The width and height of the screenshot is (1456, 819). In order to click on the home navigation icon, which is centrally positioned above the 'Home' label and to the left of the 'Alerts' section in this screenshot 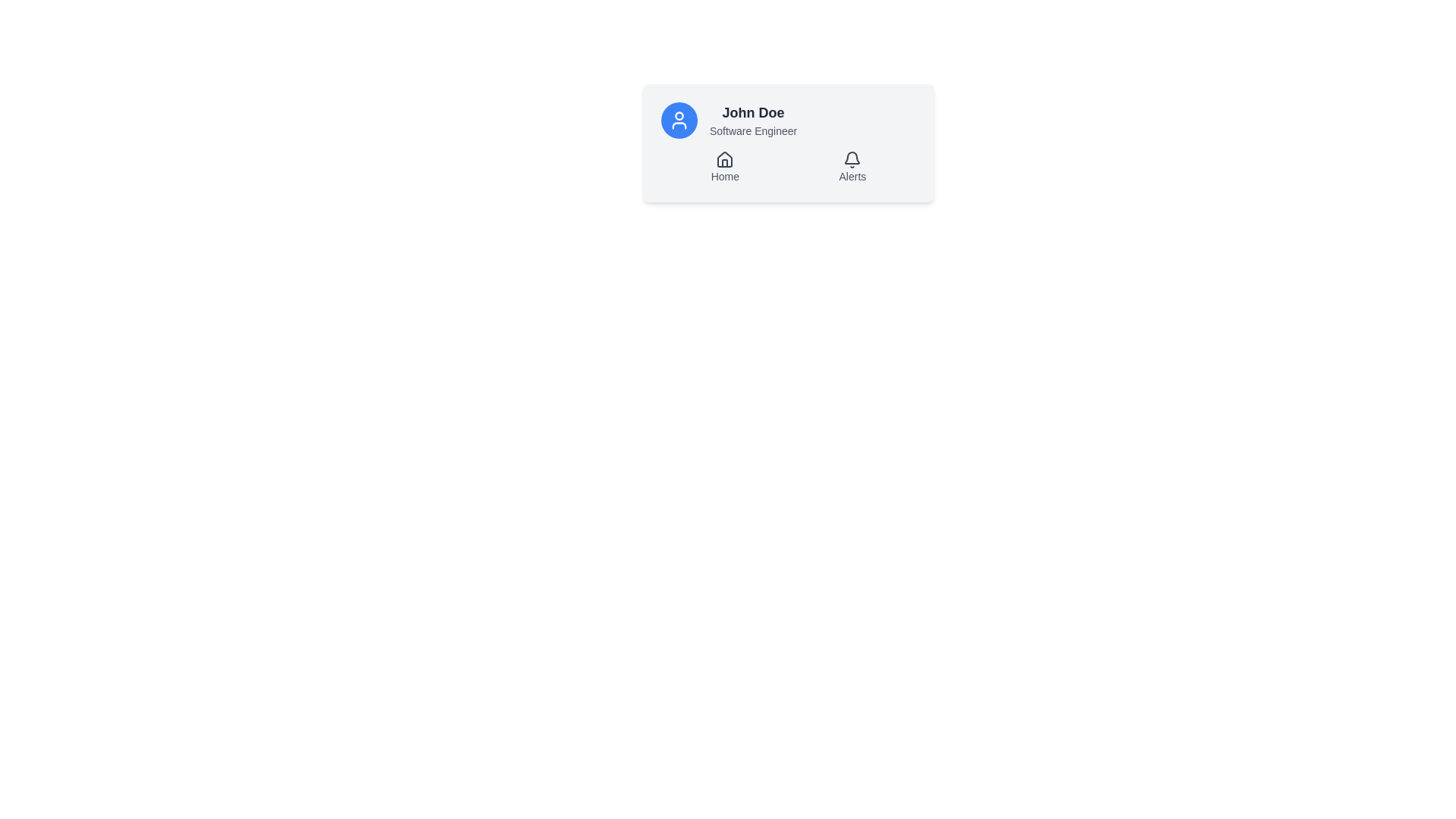, I will do `click(724, 160)`.